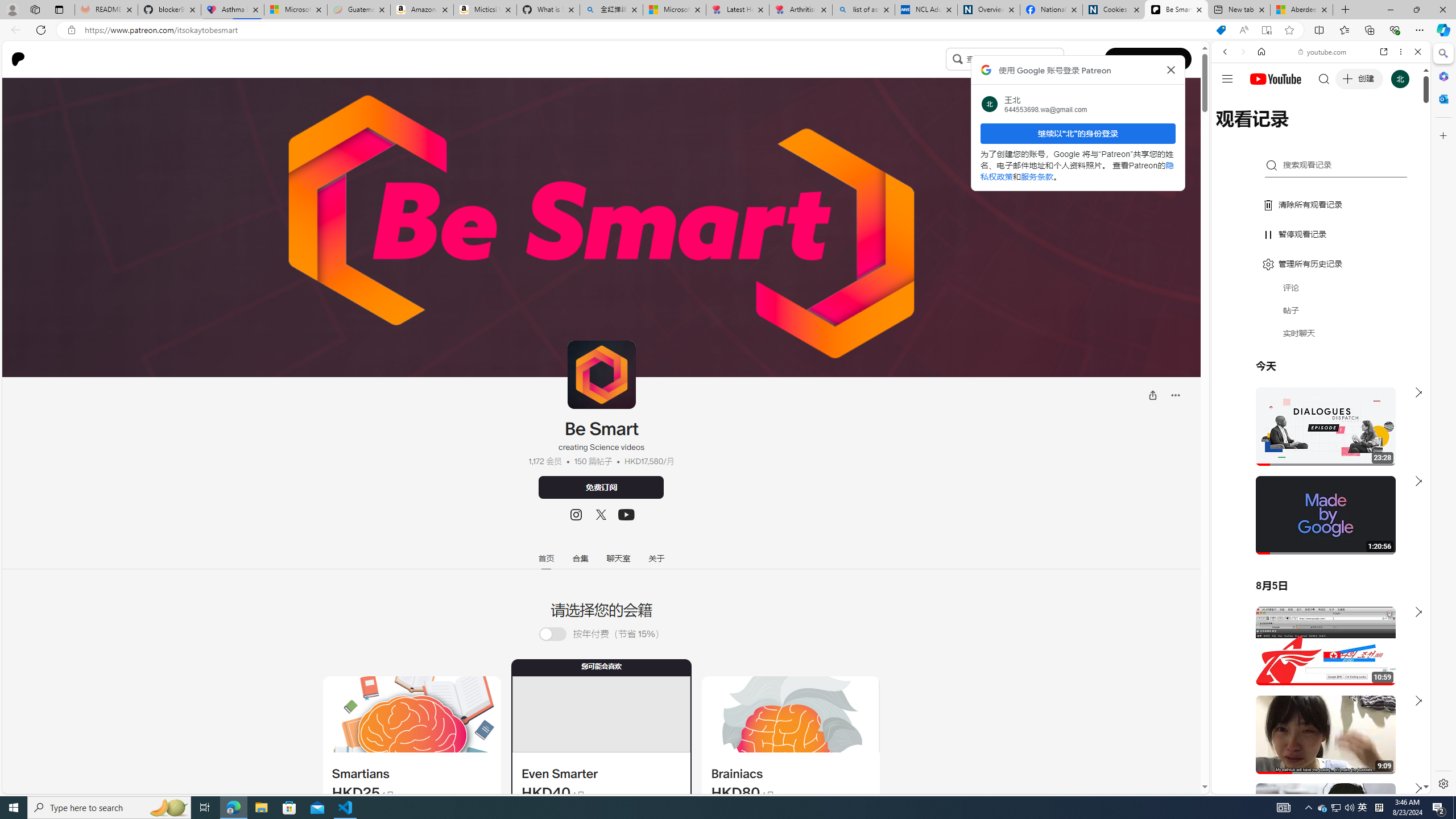 The image size is (1456, 819). Describe the element at coordinates (22, 59) in the screenshot. I see `'Go to home page'` at that location.